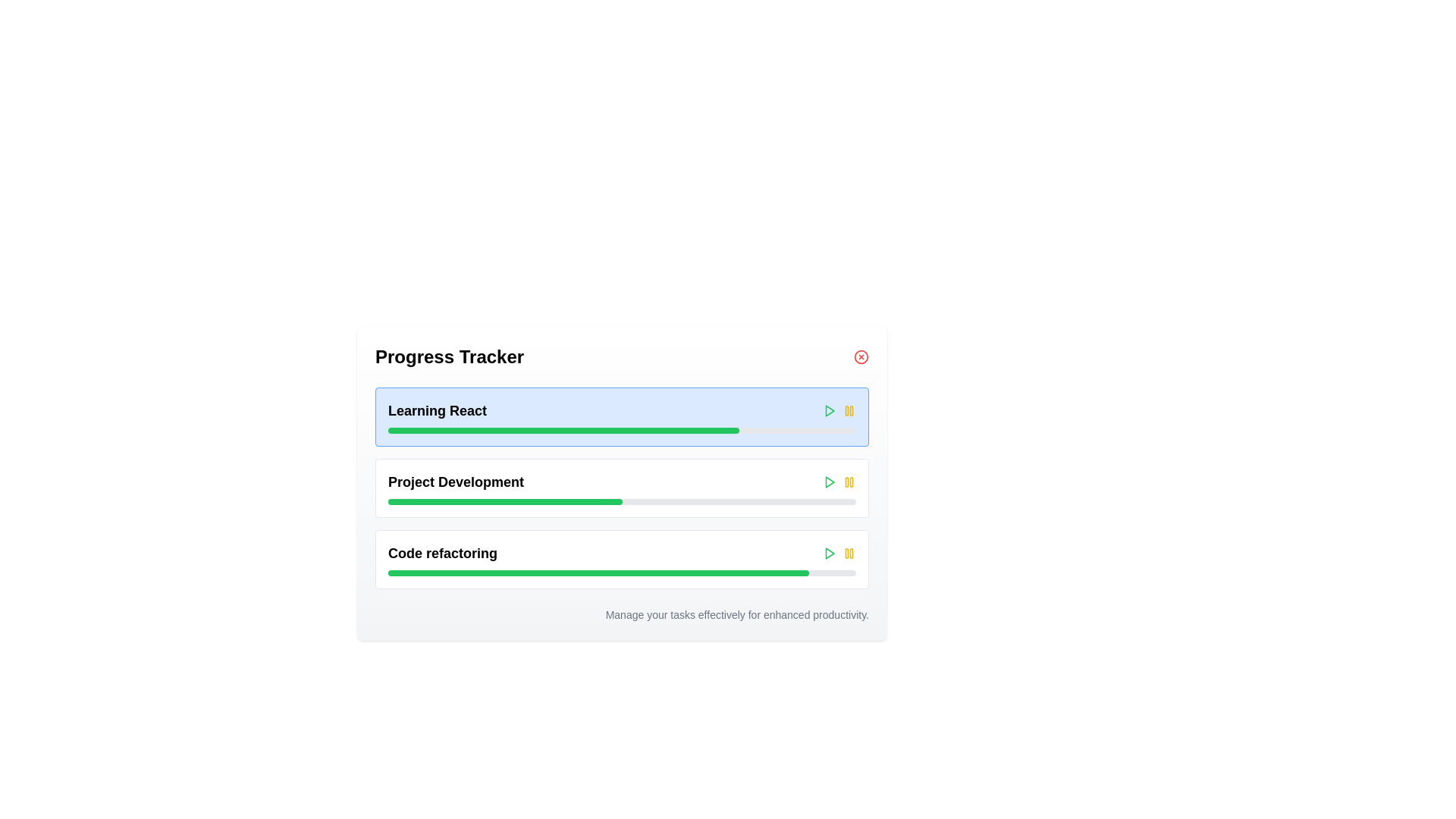  Describe the element at coordinates (455, 482) in the screenshot. I see `the text label displaying 'Project Development', which is the second item in the 'Progress Tracker' list` at that location.